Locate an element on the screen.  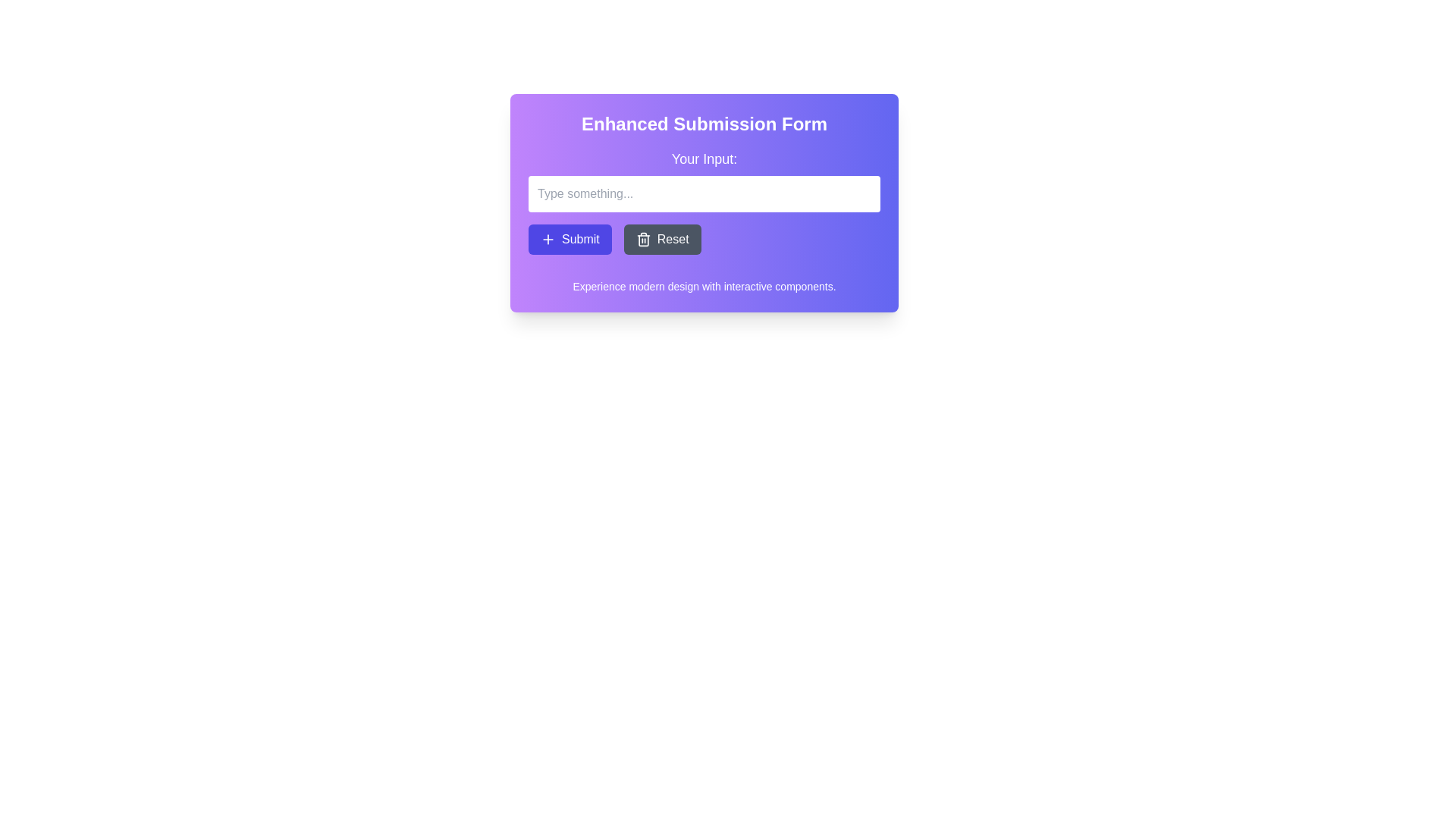
the static text element located at the bottom-center of the gradient card panel, which emphasizes the modern design and interactive capabilities of the interface is located at coordinates (704, 287).